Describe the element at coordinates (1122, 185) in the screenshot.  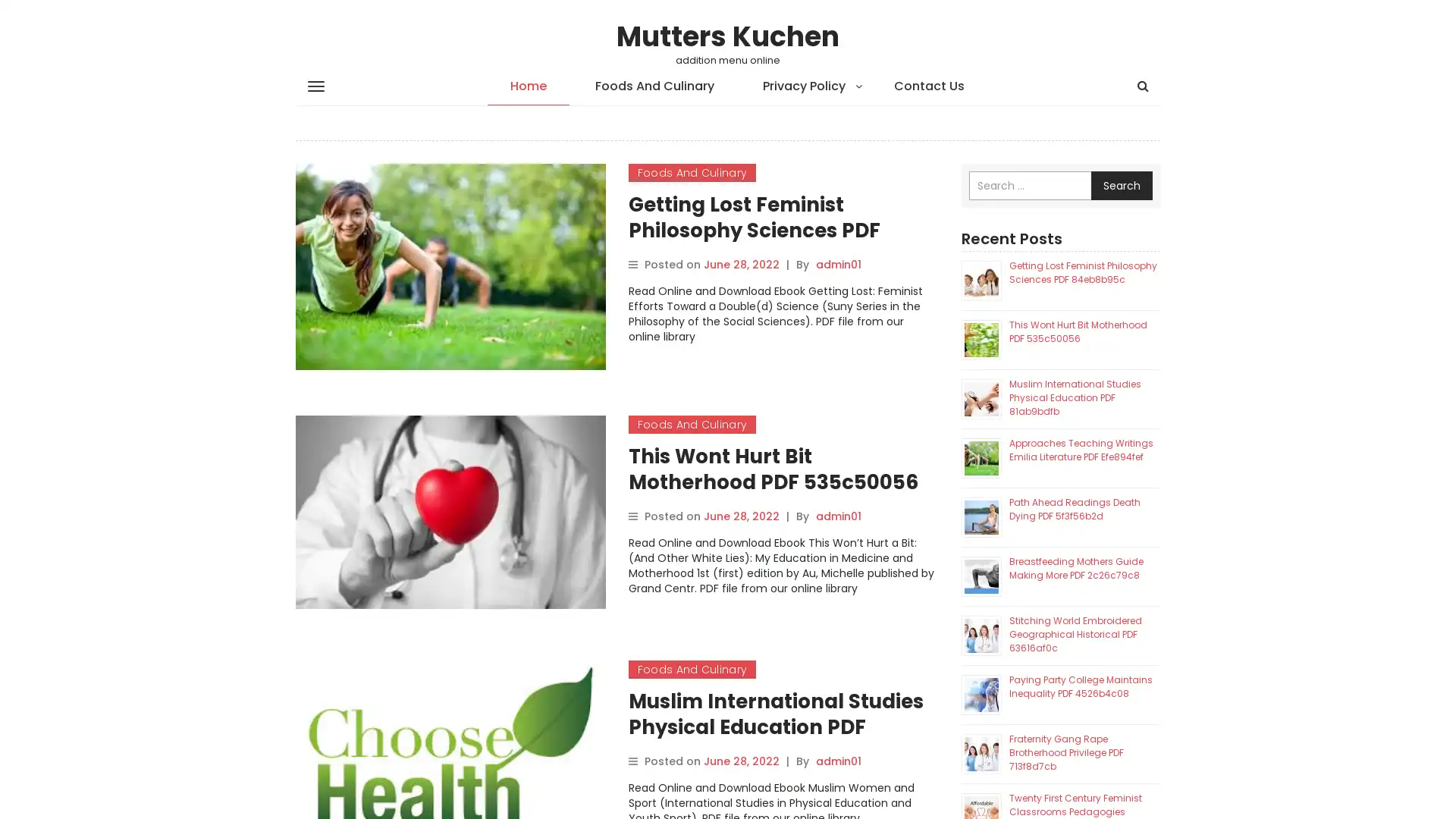
I see `Search` at that location.